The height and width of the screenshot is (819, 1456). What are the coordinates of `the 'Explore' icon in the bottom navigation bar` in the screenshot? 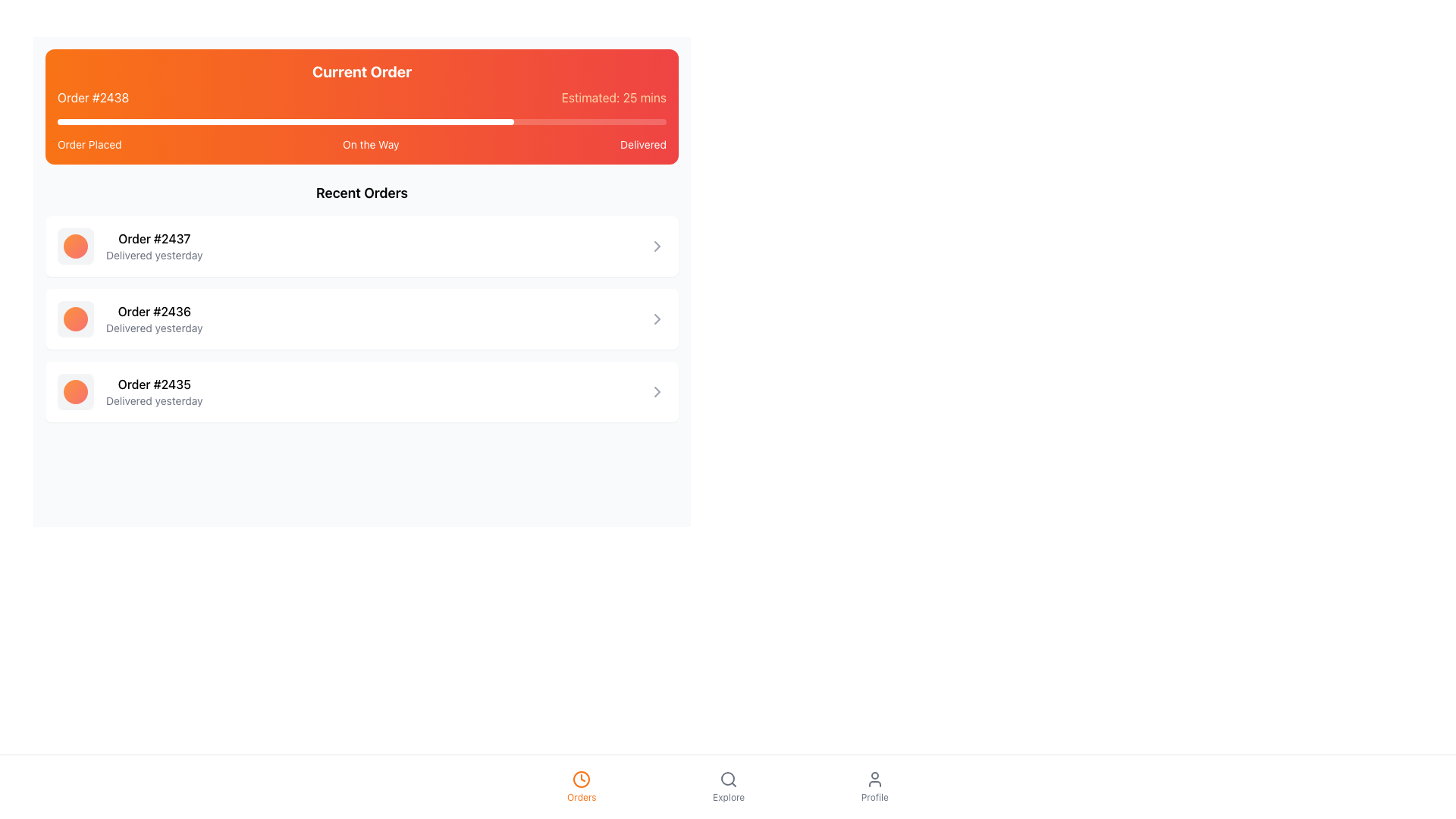 It's located at (729, 780).